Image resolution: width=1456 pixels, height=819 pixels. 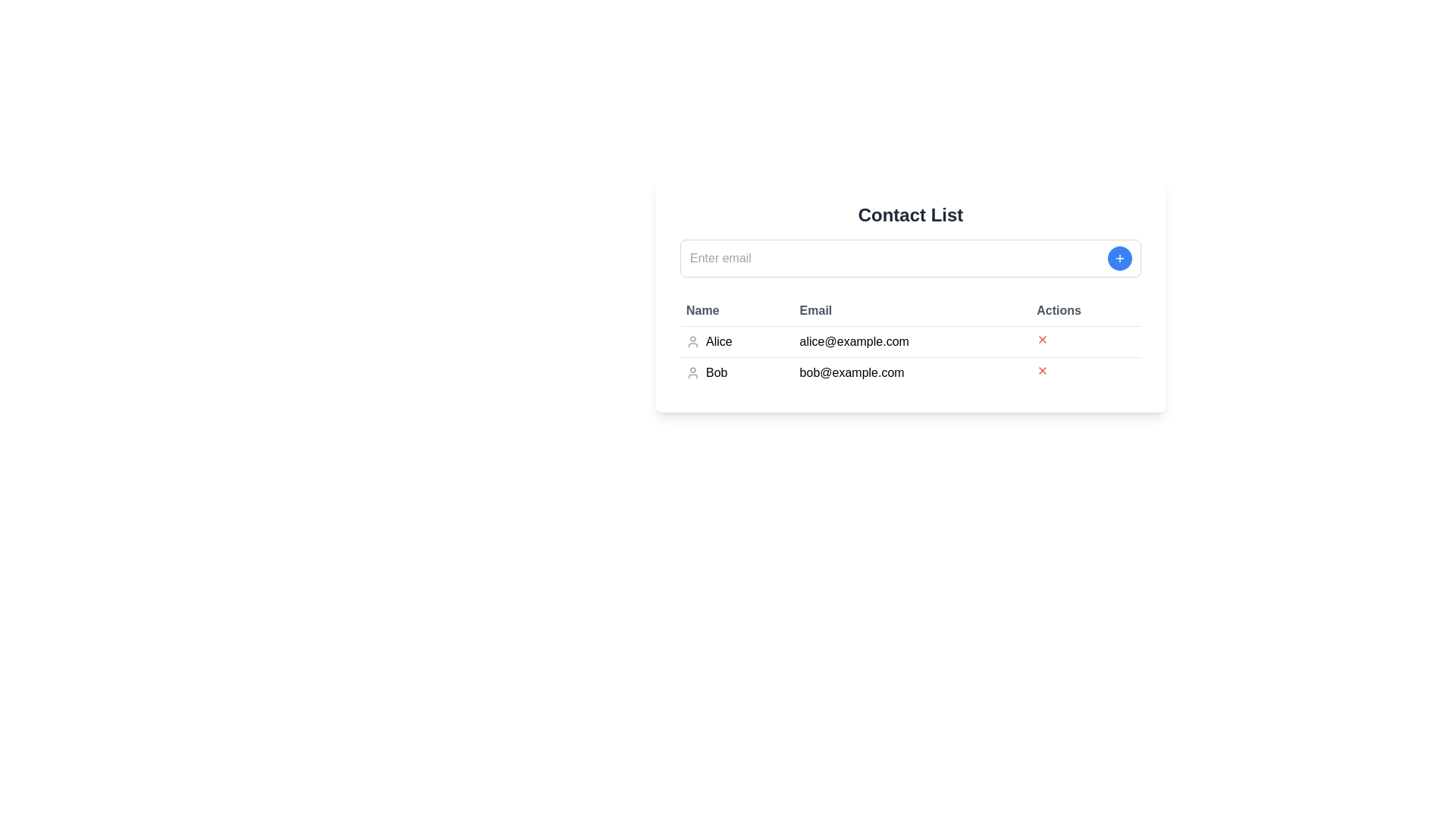 I want to click on the first data row of the 'Contact List' table, which displays user information including name and email contact details, so click(x=910, y=356).